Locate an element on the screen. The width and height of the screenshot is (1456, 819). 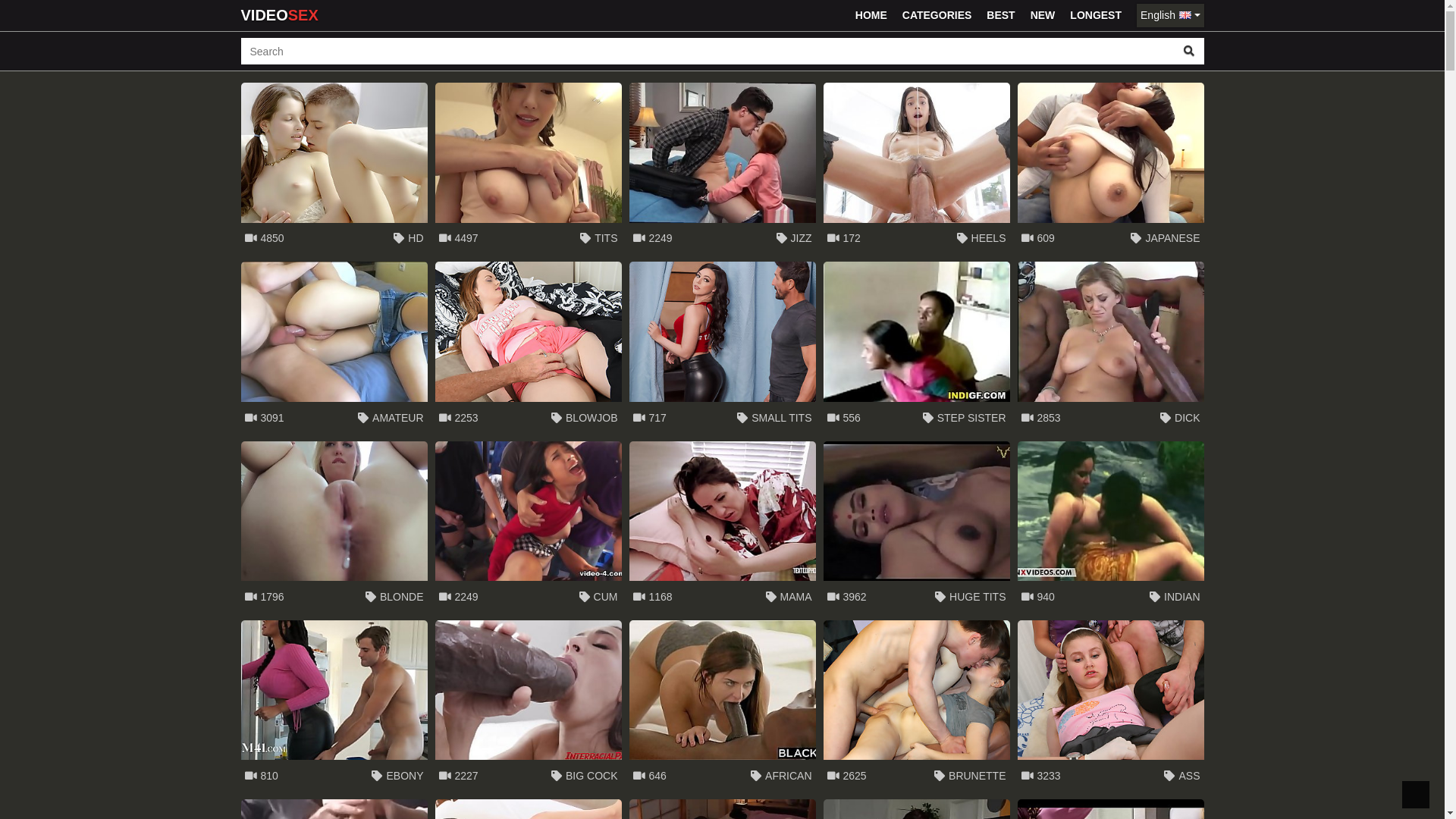
'556 is located at coordinates (916, 347).